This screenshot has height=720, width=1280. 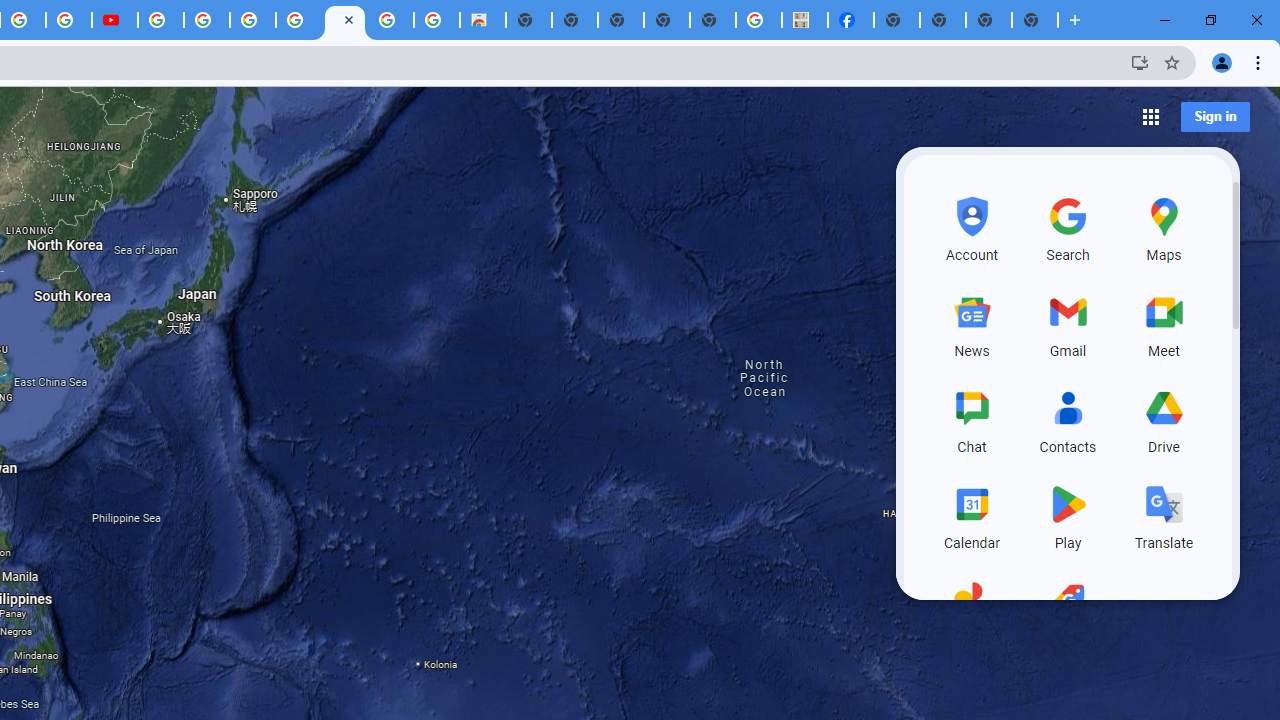 I want to click on 'Google apps', so click(x=1150, y=116).